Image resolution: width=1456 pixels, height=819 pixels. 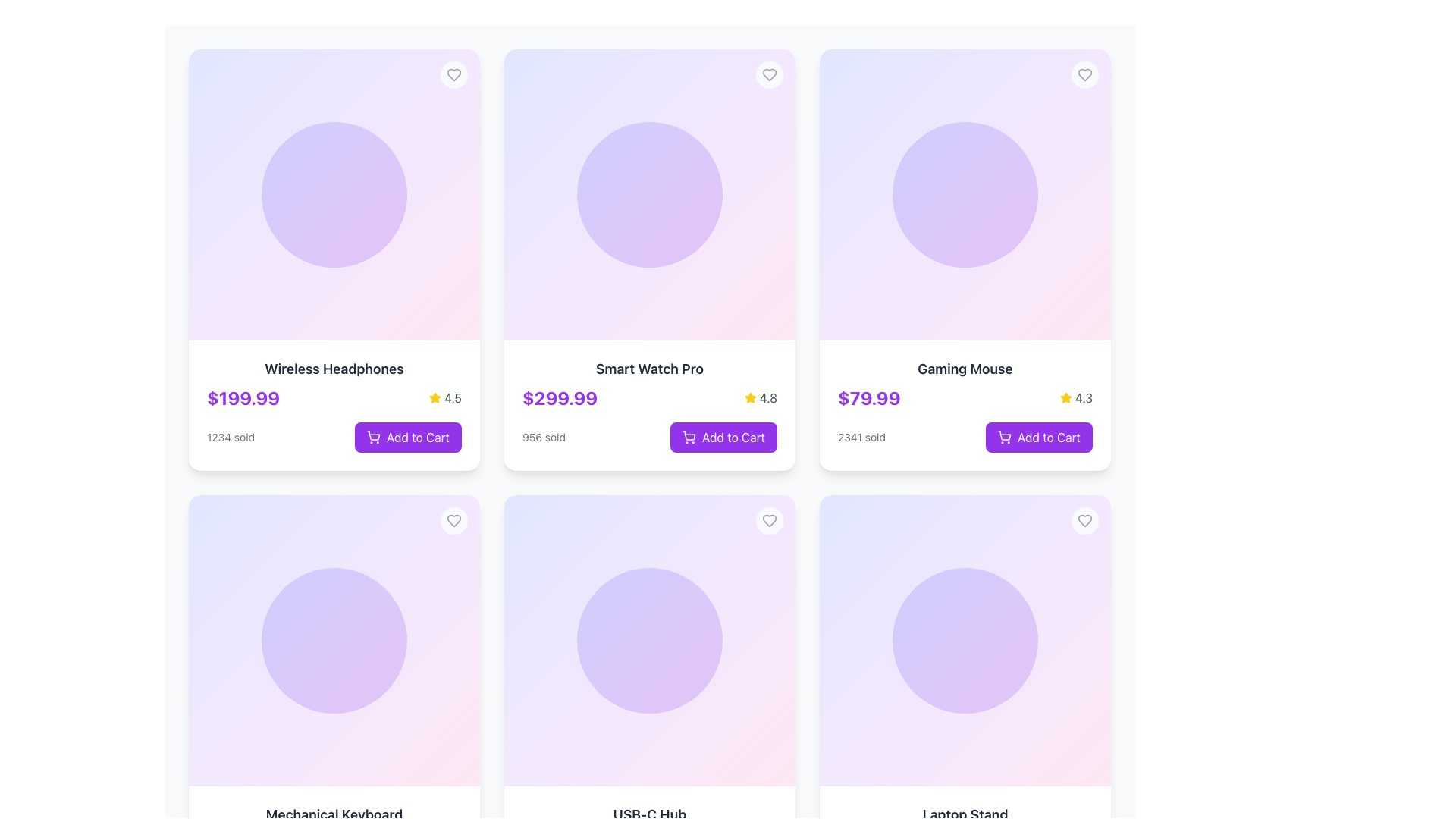 I want to click on the heart-shaped outline icon in the top-right corner of the 'Laptop Stand' card, so click(x=1084, y=519).